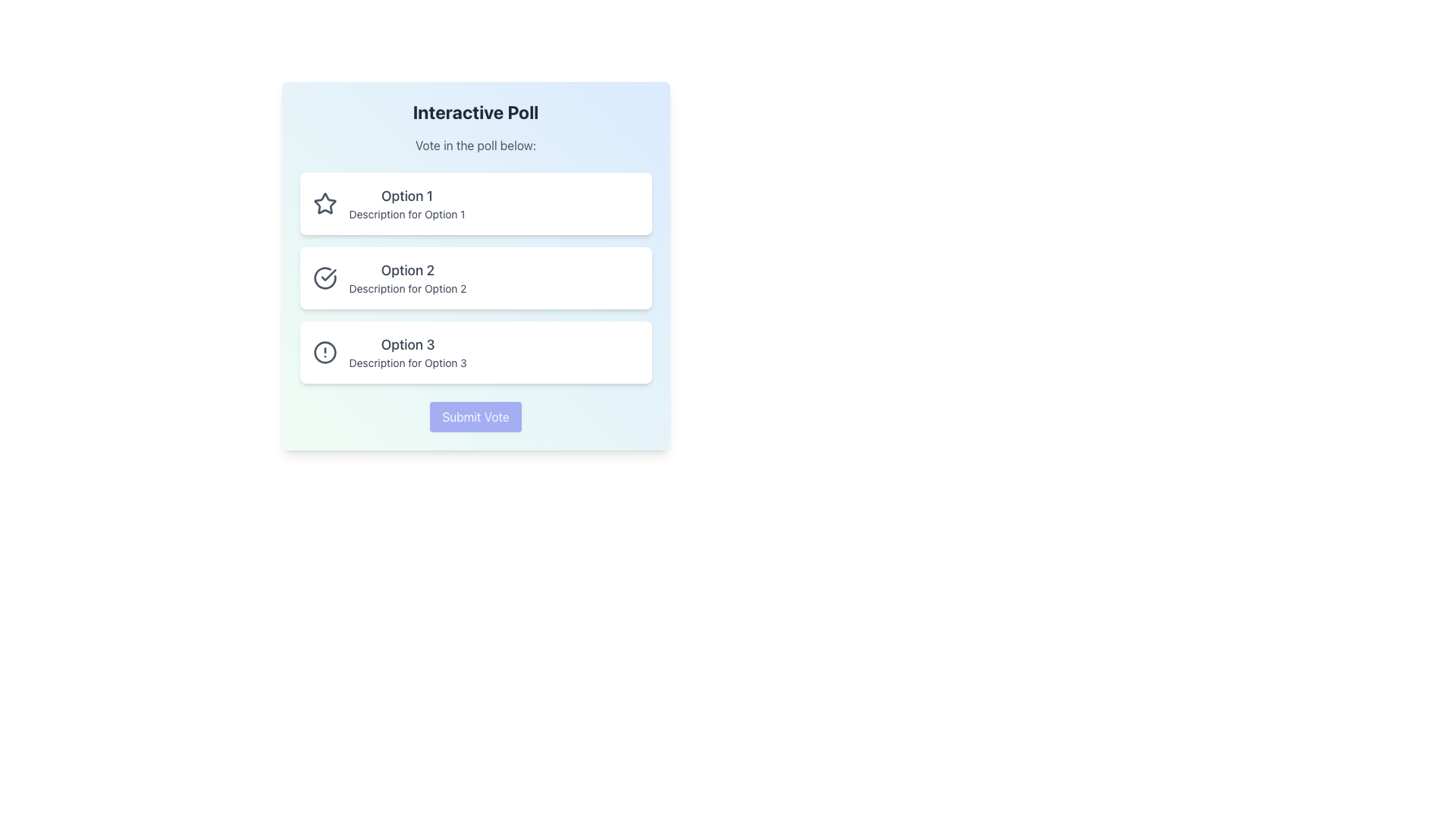  I want to click on the five-pointed star icon with a hollow center and dark gray outlines located to the left of the 'Option 1' text in the first row of the interactive poll, so click(323, 202).